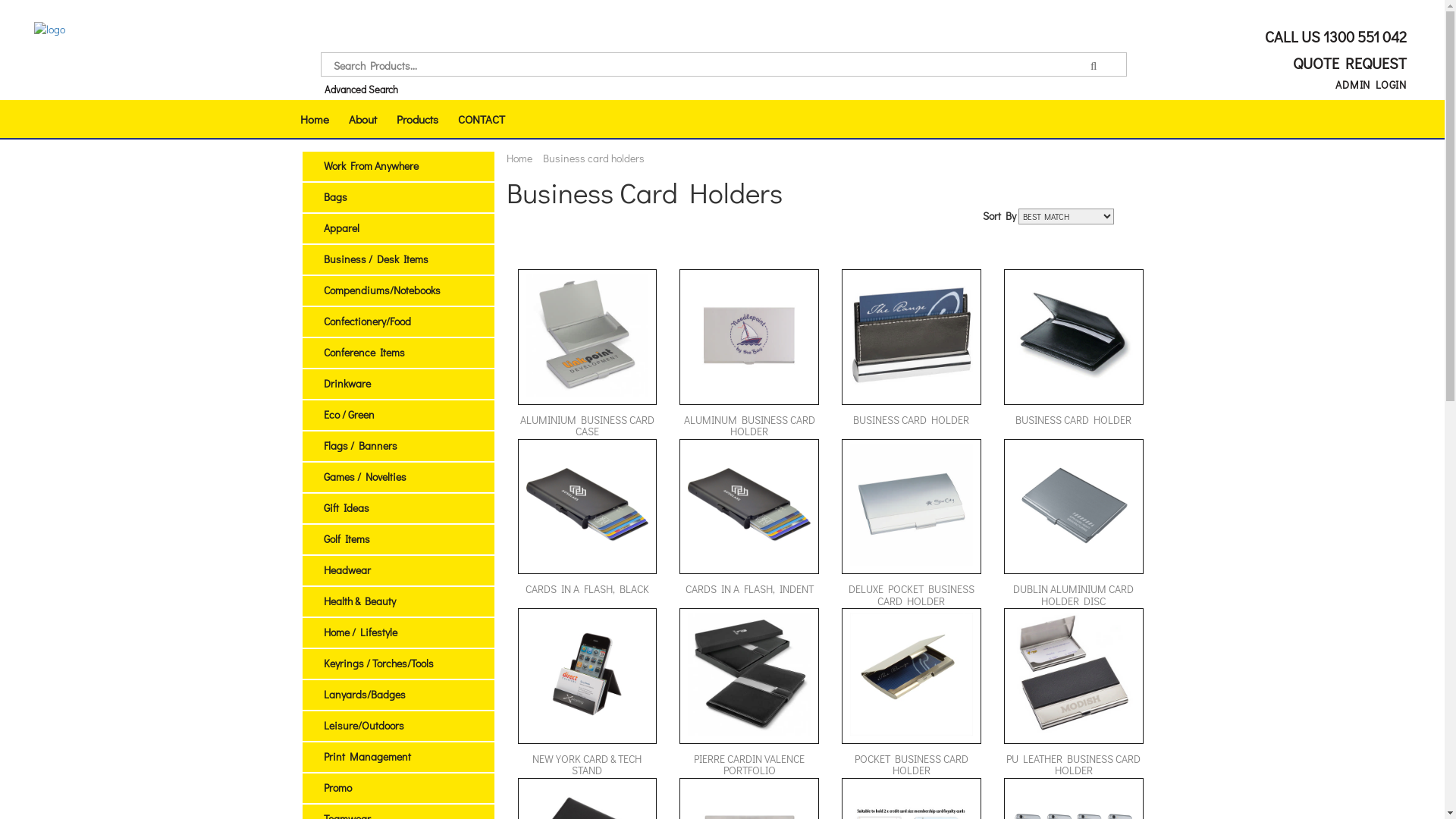  What do you see at coordinates (910, 673) in the screenshot?
I see `'Pocket Business Card Holder (8839_NOTT)'` at bounding box center [910, 673].